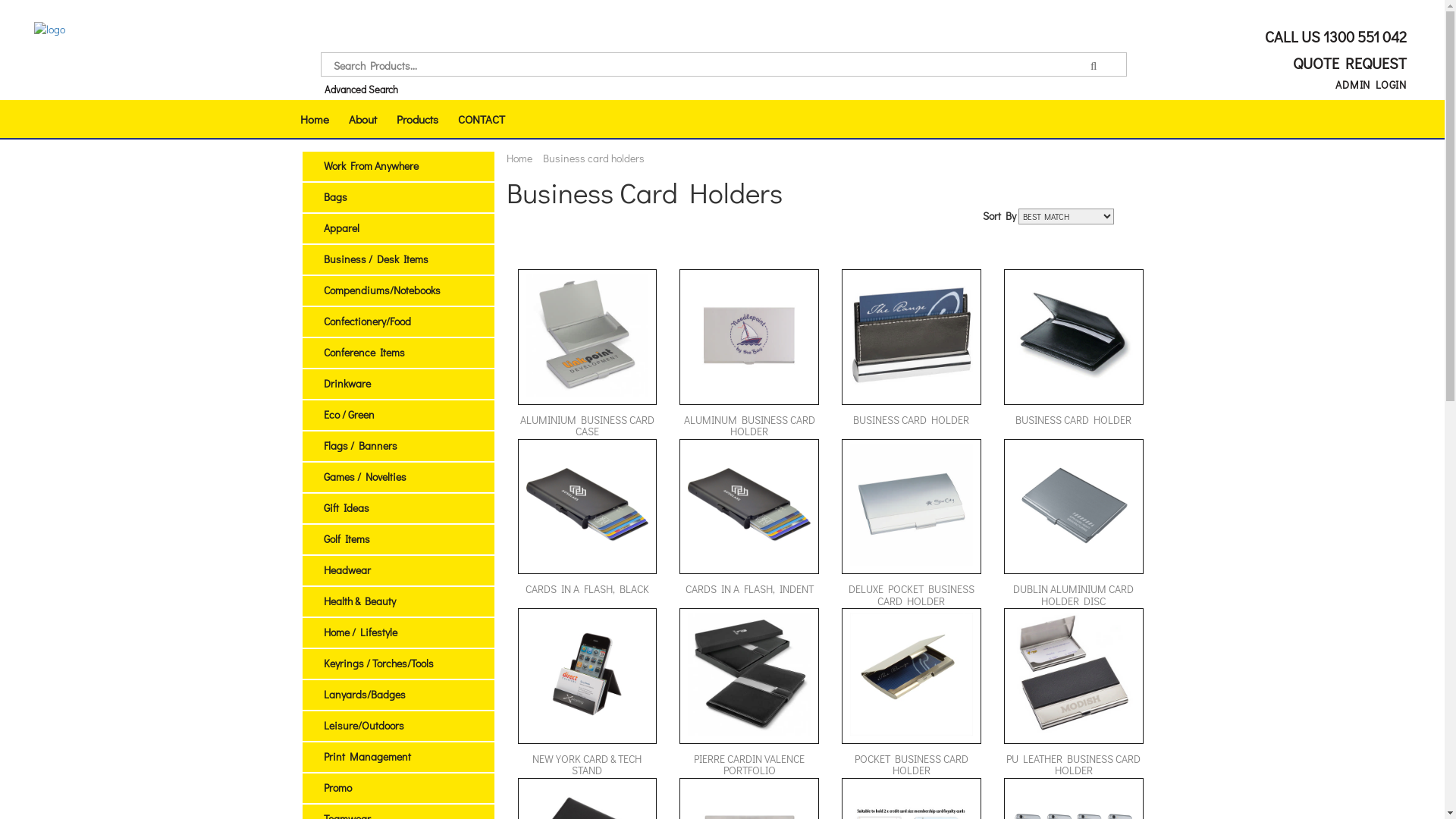  What do you see at coordinates (910, 673) in the screenshot?
I see `'Pocket Business Card Holder (8839_NOTT)'` at bounding box center [910, 673].